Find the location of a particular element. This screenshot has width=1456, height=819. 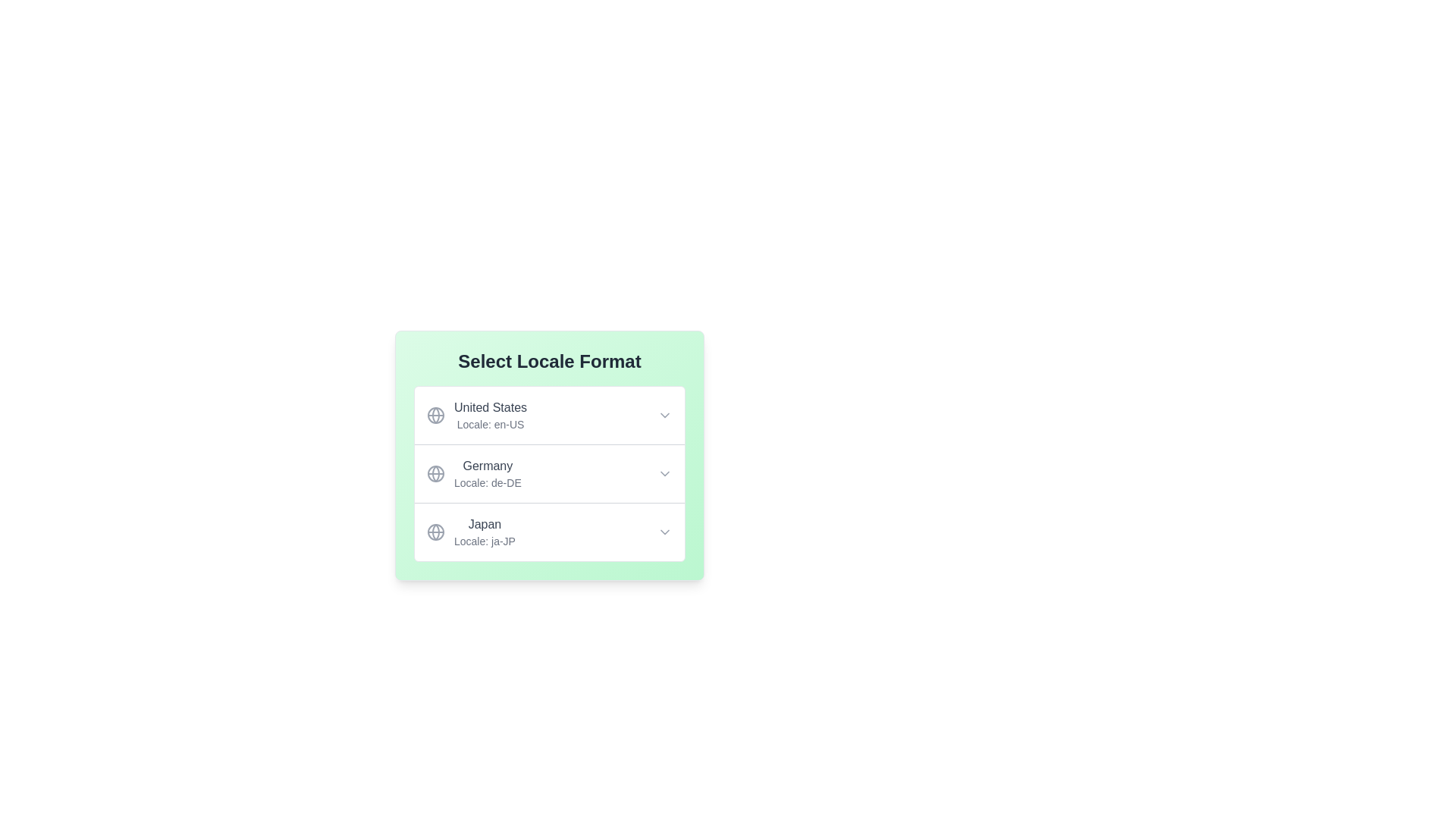

the selectable item in the locale selection list that represents the 'Japan' locale, which is the third item in the list is located at coordinates (484, 532).